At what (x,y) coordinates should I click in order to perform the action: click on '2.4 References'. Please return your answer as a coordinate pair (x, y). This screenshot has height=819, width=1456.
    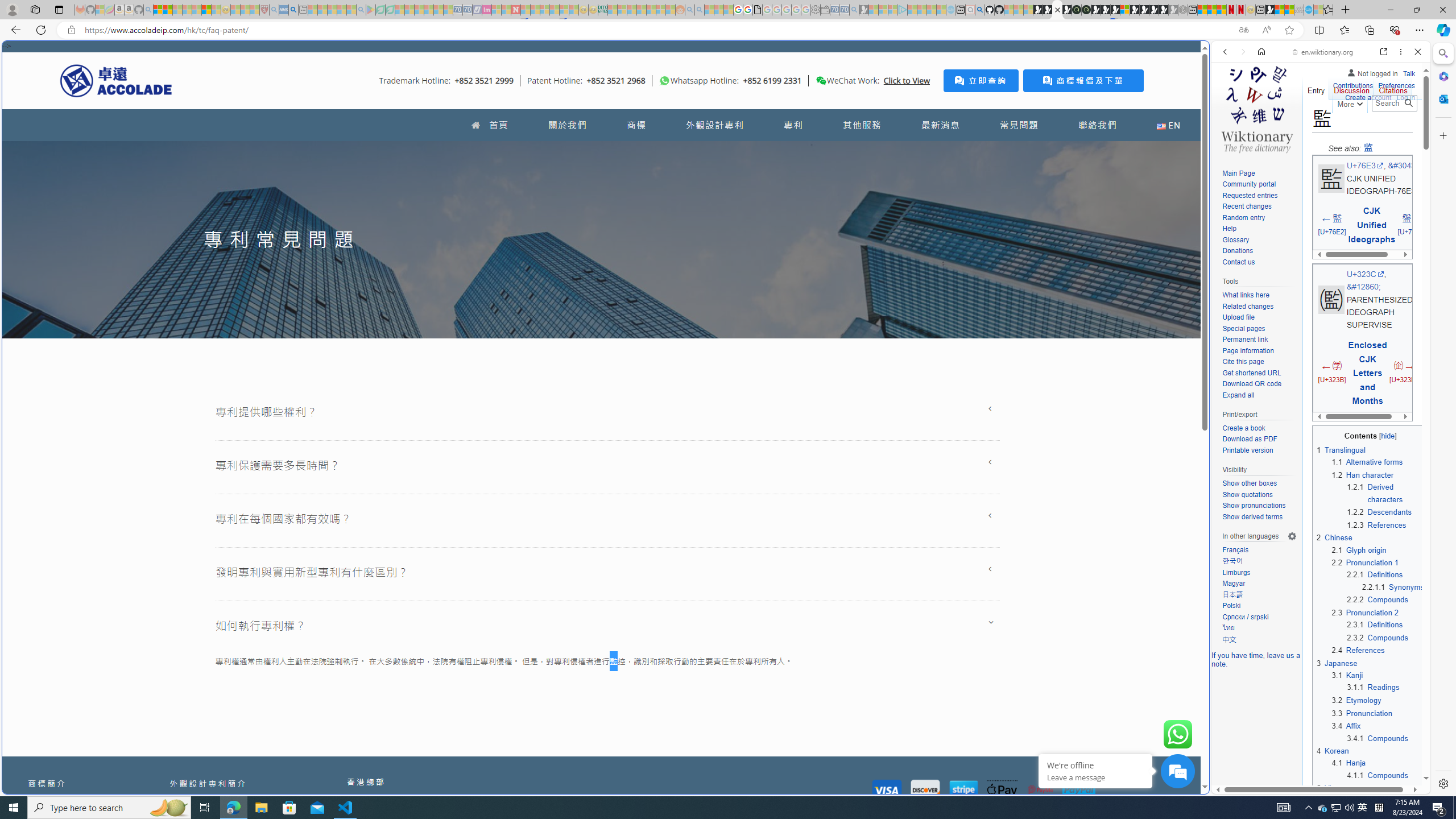
    Looking at the image, I should click on (1357, 651).